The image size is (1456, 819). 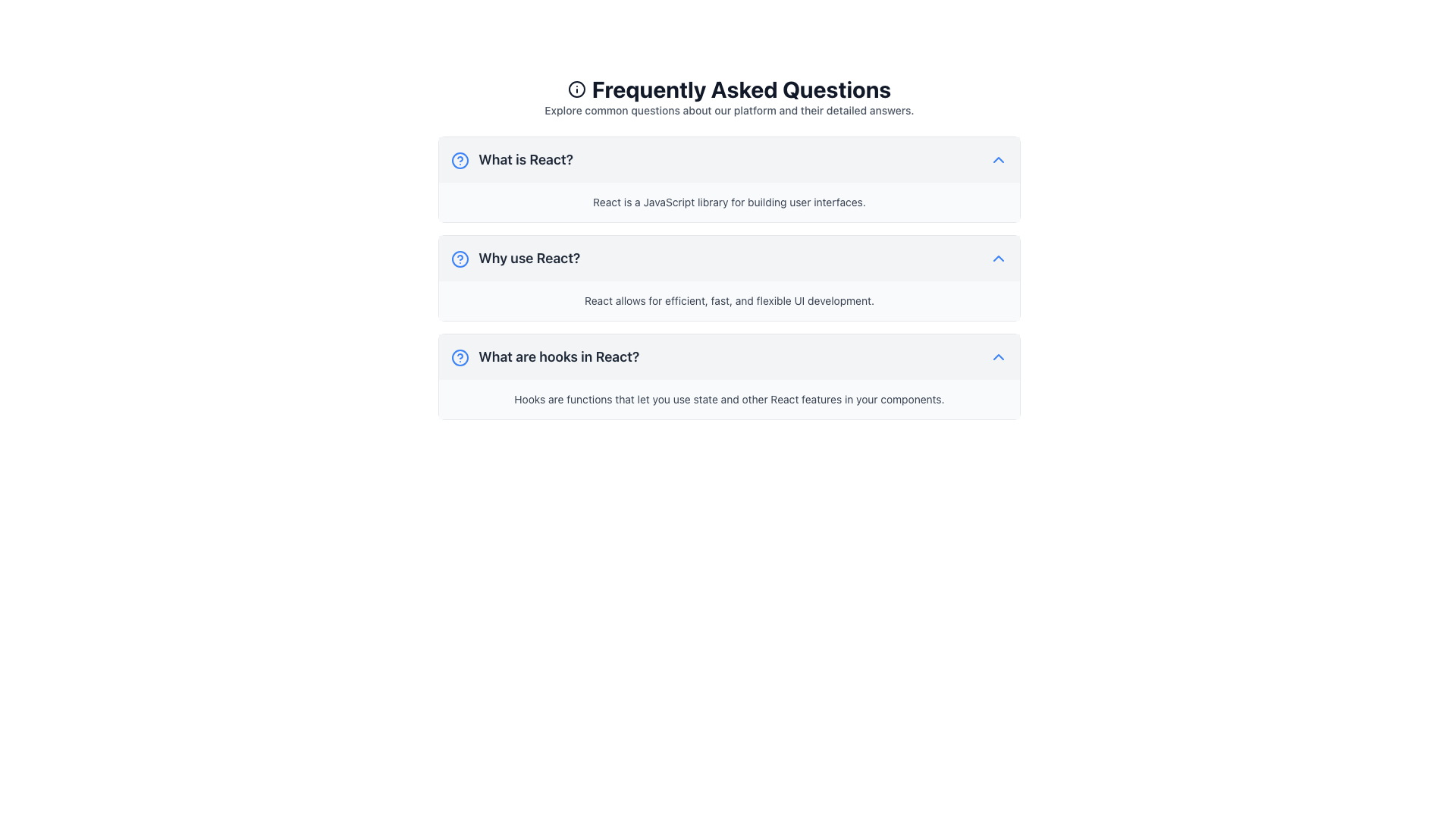 I want to click on the 'Why use React?' button in the FAQ interface, so click(x=729, y=257).